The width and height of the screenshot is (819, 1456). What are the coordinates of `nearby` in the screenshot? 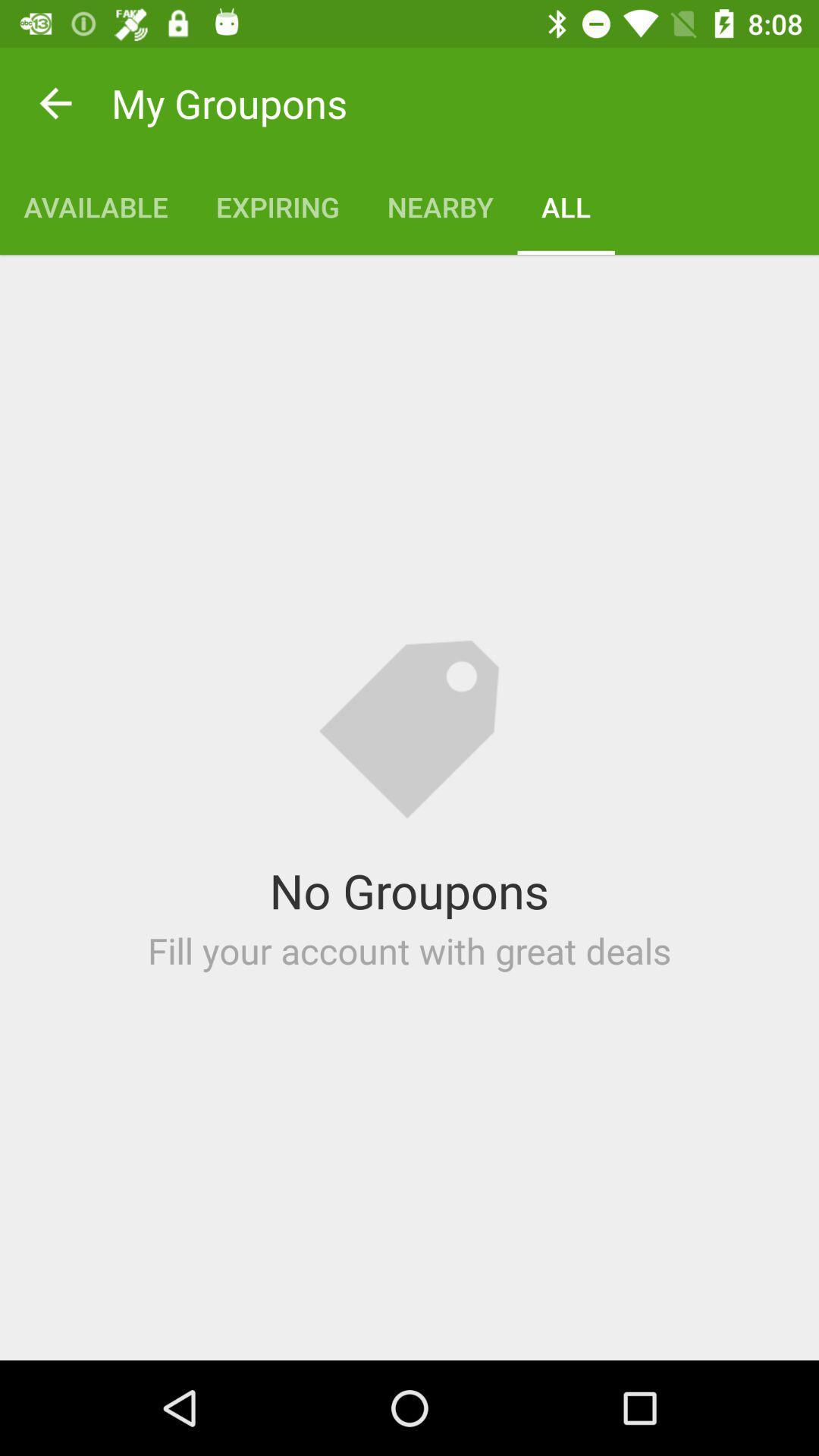 It's located at (440, 206).